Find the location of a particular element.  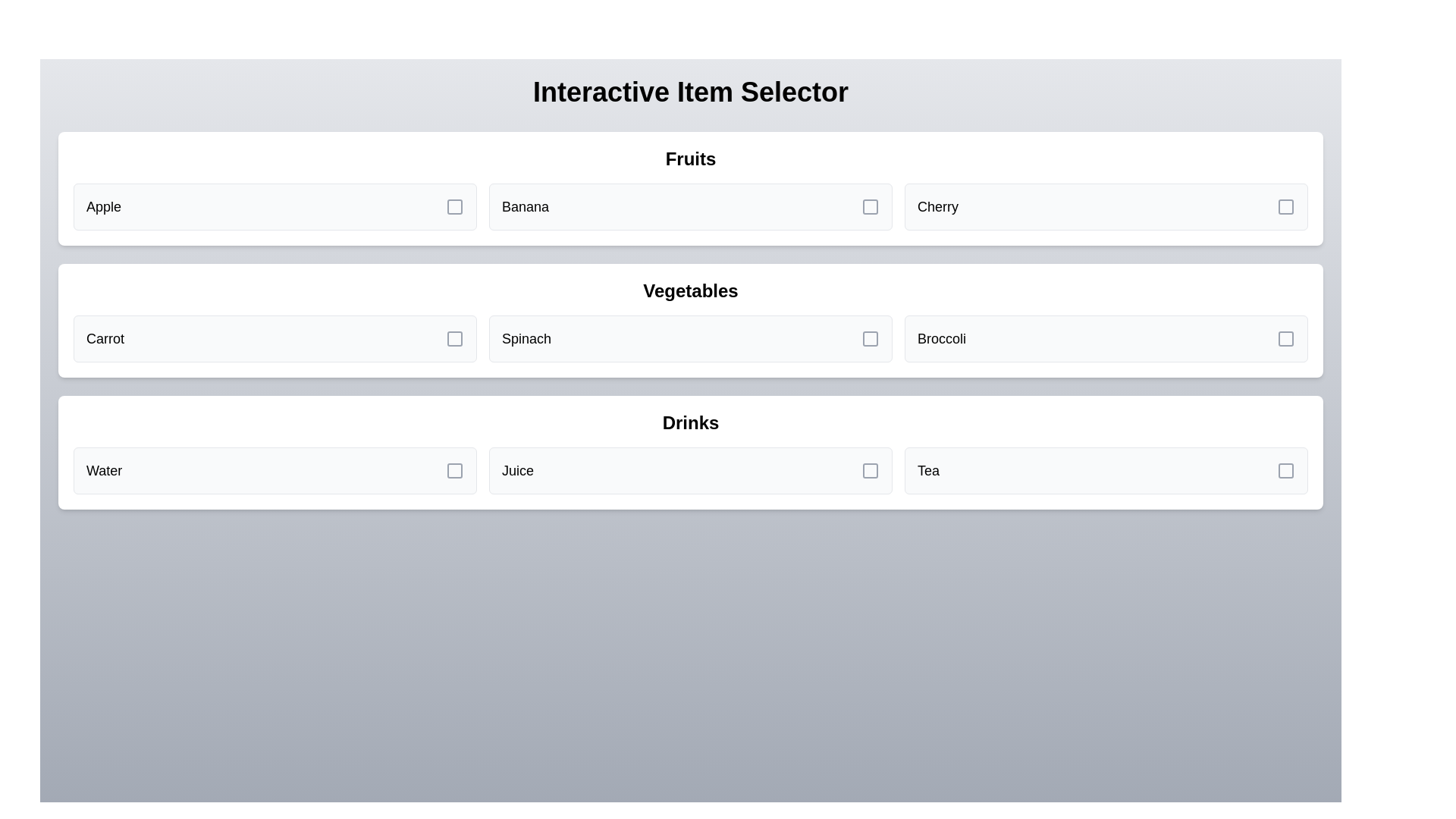

the item Water from the grid is located at coordinates (275, 470).